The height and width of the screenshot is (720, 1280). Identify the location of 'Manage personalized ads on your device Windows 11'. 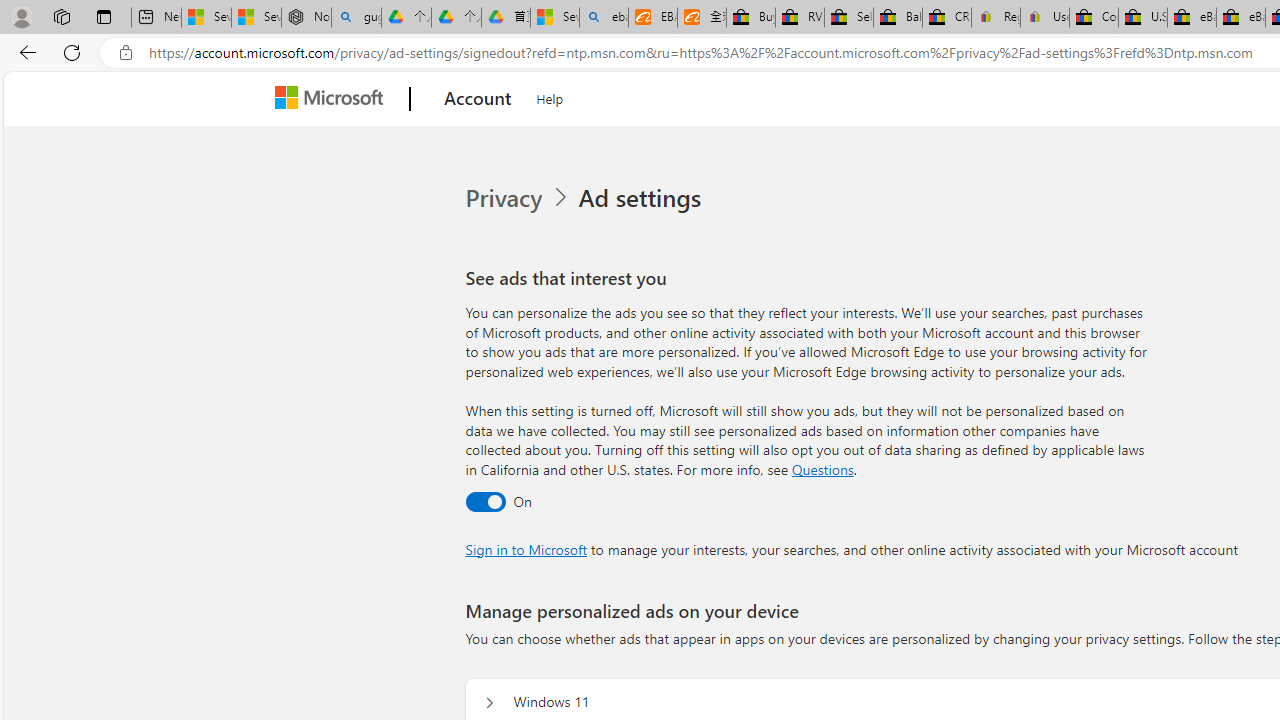
(489, 702).